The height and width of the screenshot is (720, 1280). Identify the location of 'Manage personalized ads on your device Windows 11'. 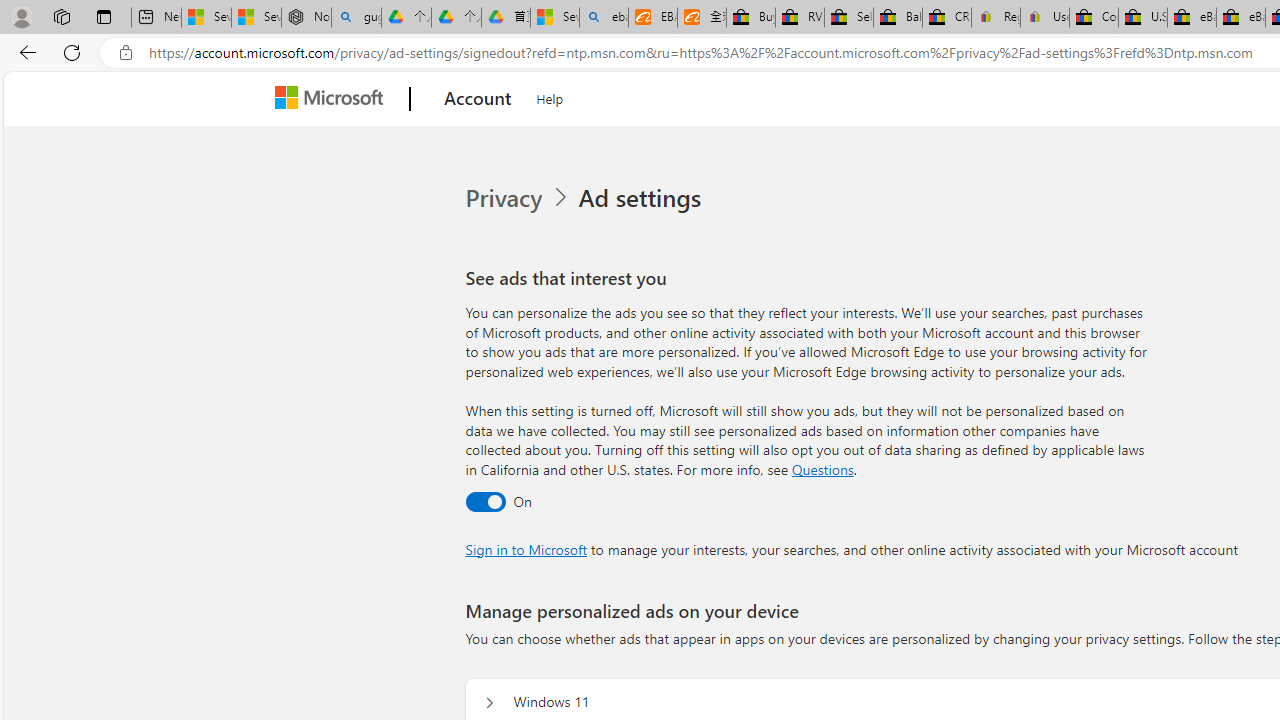
(489, 702).